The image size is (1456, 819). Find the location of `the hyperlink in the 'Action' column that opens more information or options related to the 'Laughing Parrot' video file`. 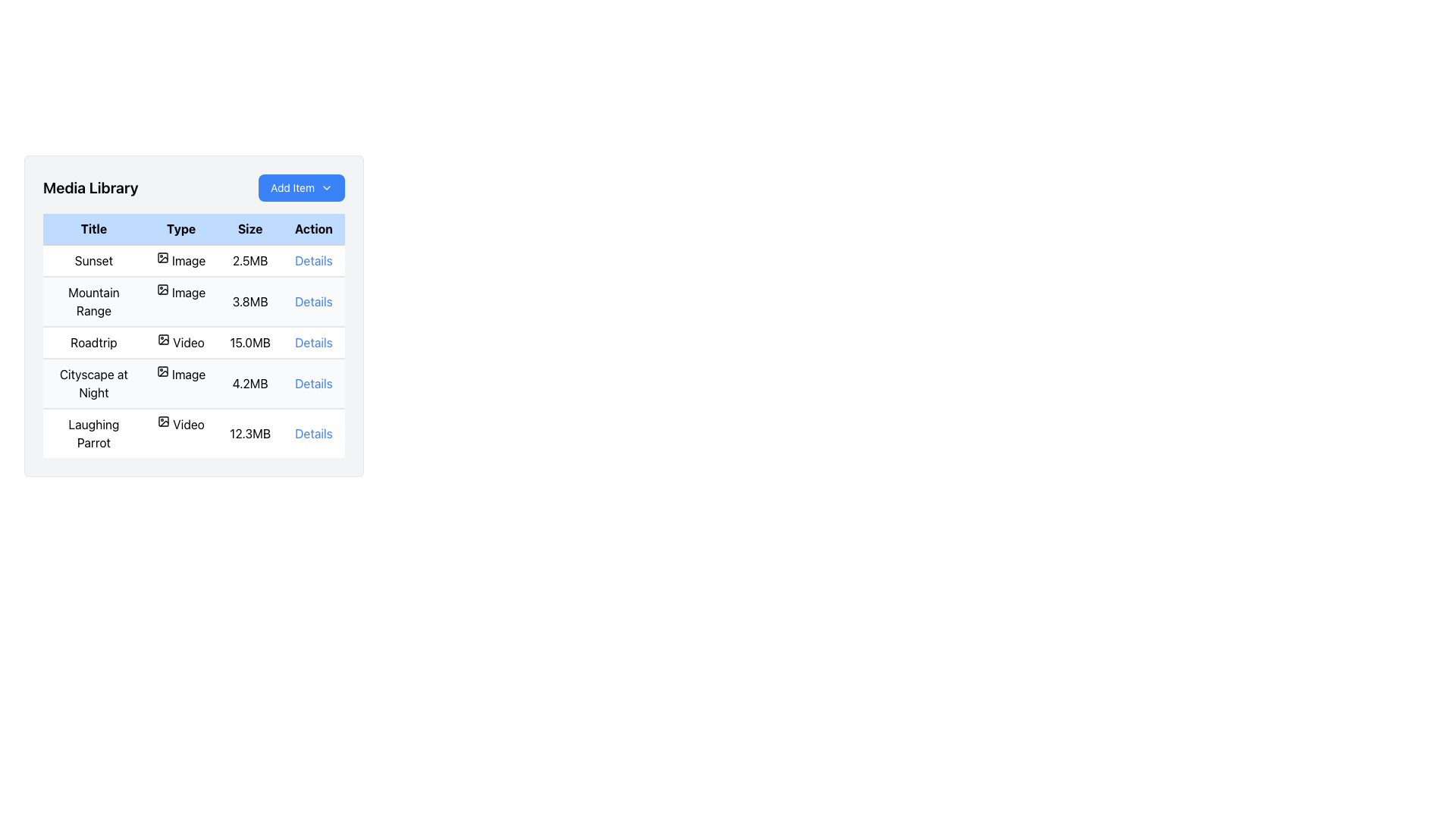

the hyperlink in the 'Action' column that opens more information or options related to the 'Laughing Parrot' video file is located at coordinates (312, 433).